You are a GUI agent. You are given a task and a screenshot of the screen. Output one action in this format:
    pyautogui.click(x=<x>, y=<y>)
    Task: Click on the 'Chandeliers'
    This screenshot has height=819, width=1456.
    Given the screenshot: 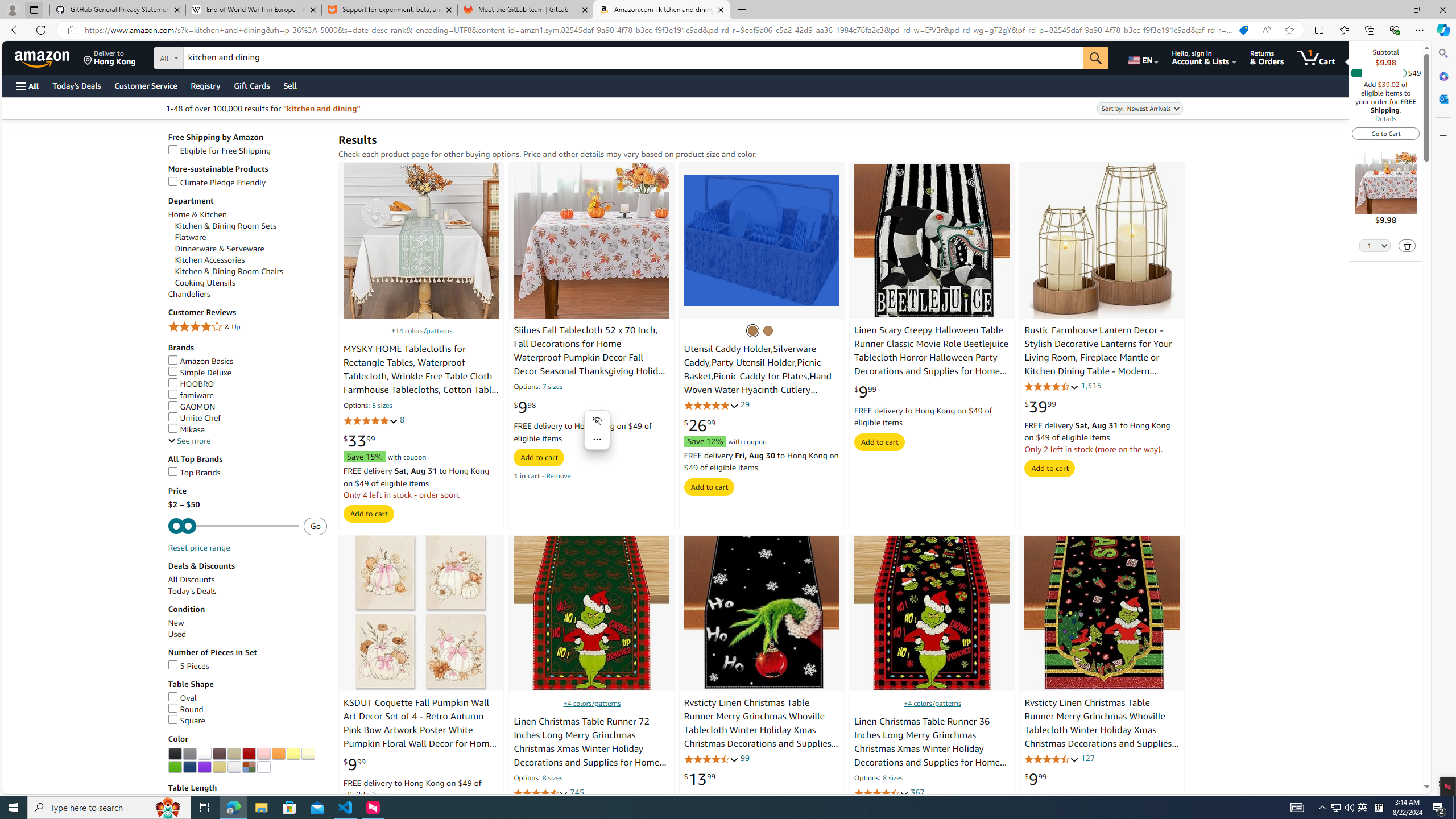 What is the action you would take?
    pyautogui.click(x=188, y=294)
    